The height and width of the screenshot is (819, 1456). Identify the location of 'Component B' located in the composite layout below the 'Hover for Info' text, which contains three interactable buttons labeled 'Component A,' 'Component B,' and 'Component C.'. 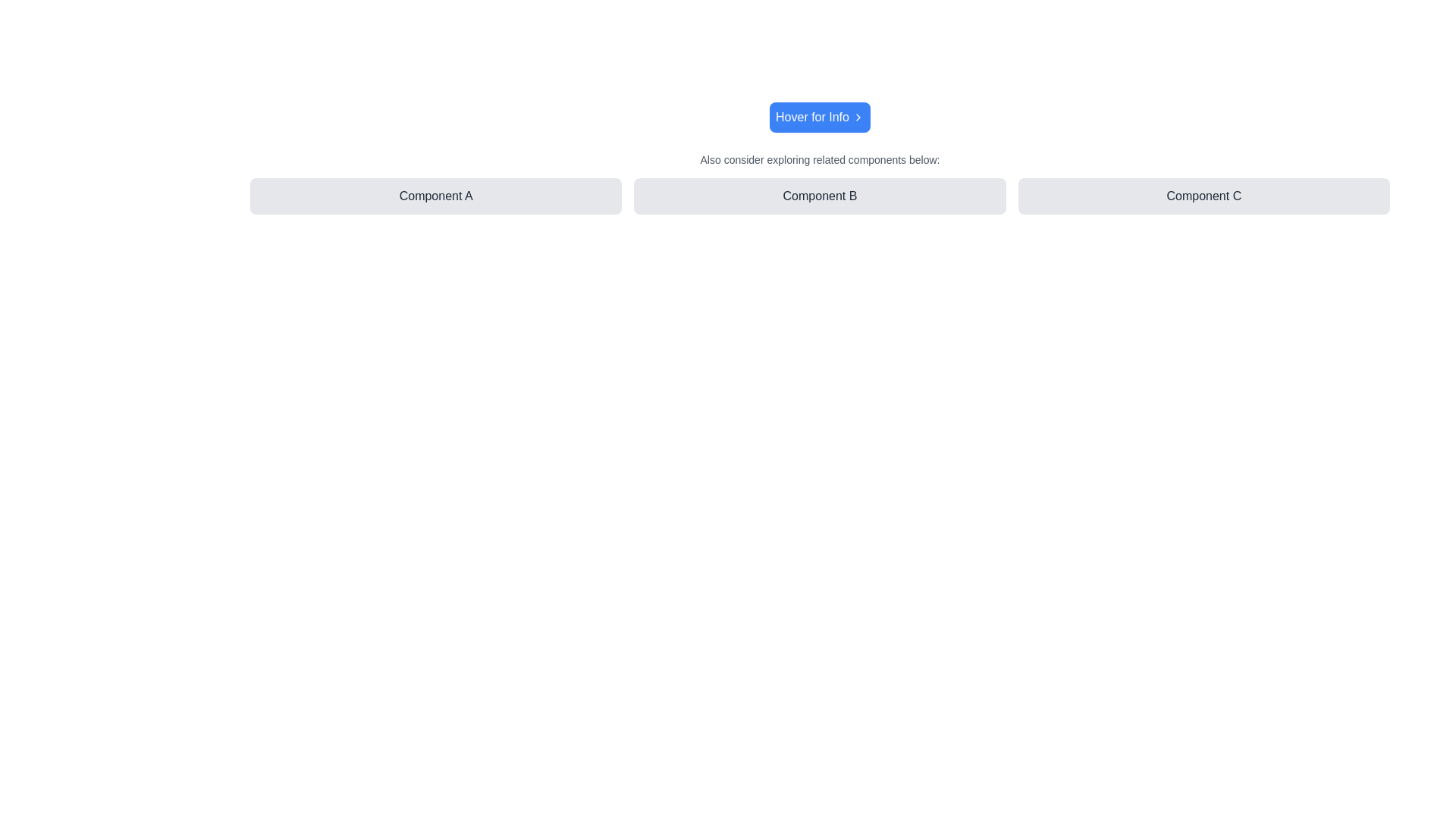
(819, 181).